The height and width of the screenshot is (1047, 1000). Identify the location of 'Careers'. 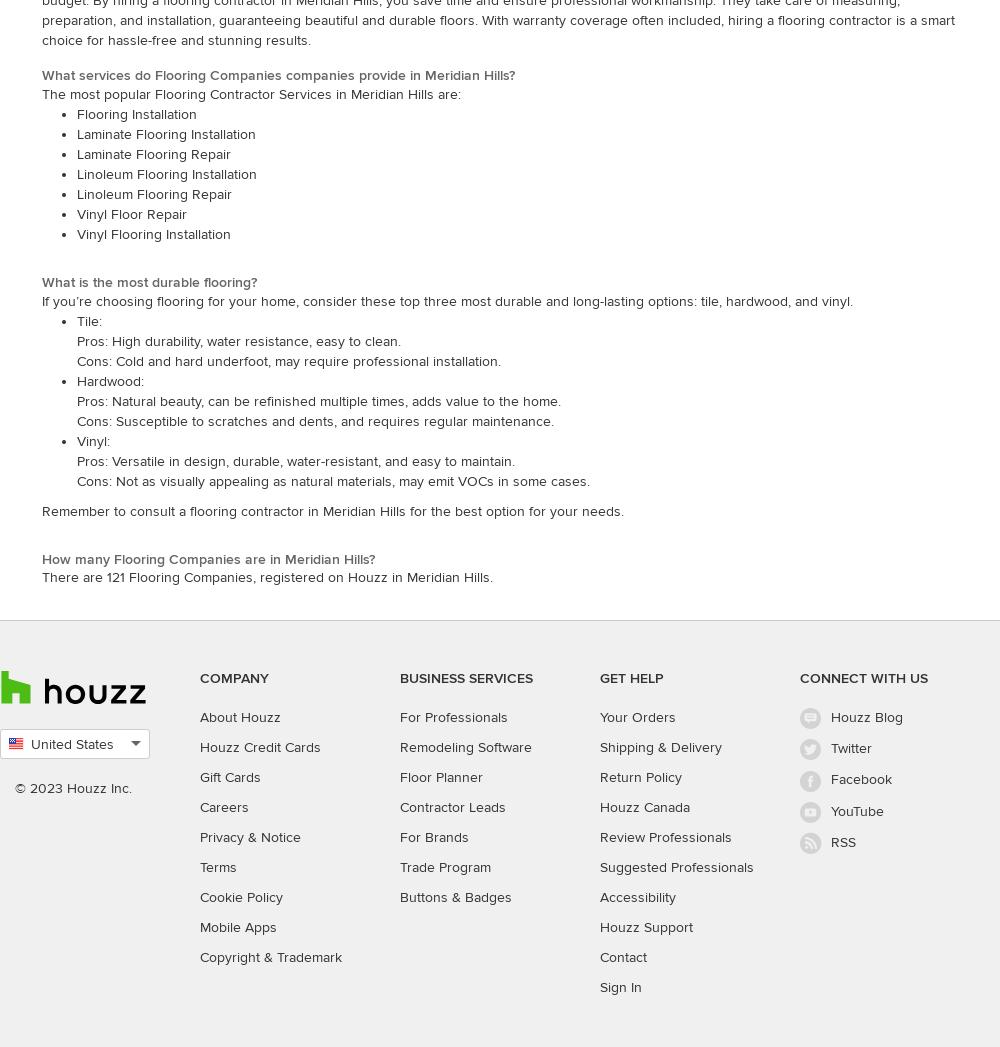
(223, 806).